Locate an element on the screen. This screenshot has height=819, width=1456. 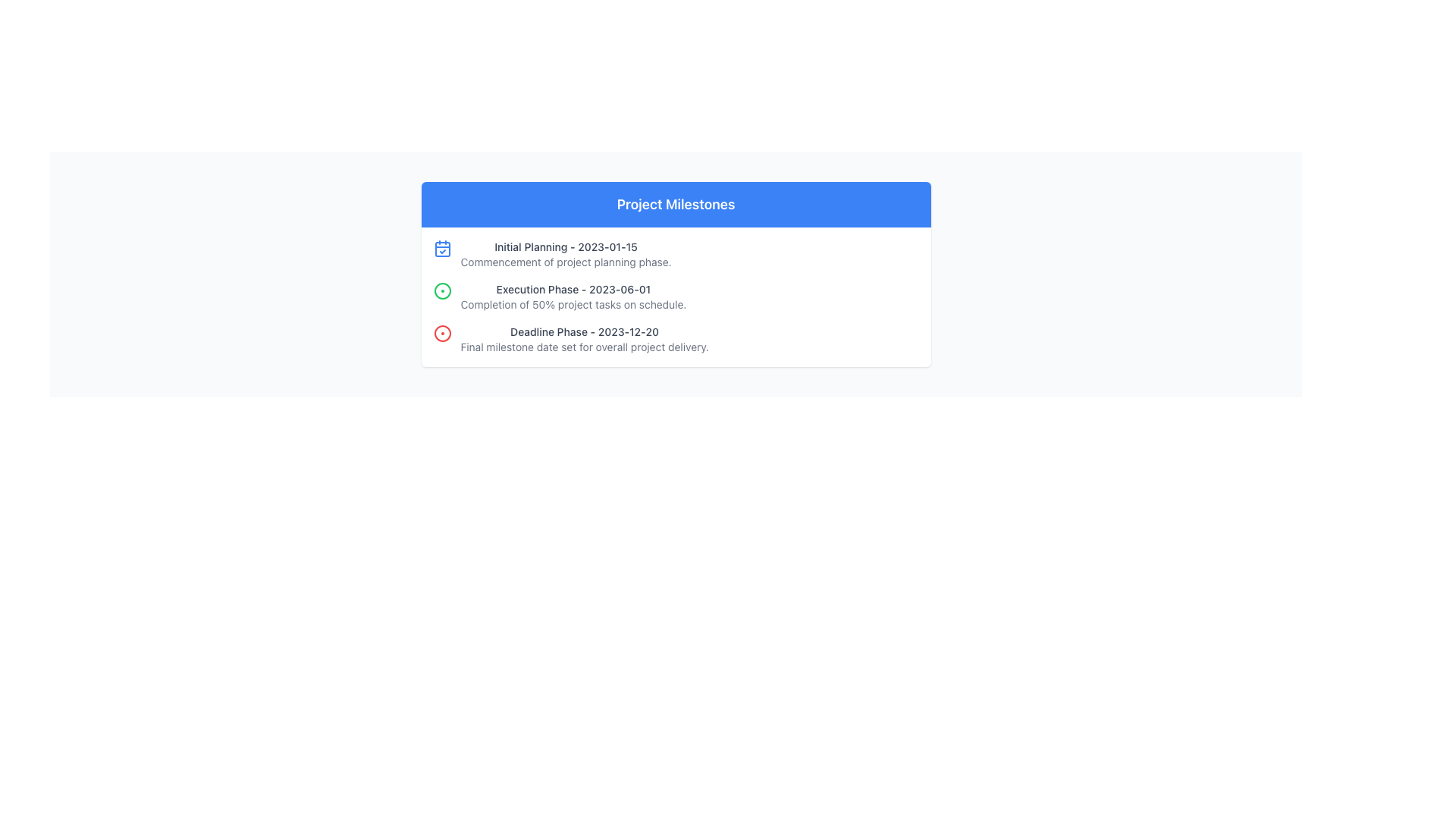
the decorative shape of the calendar icon located at the top-left corner of 'Initial Planning - 2023-01-15' is located at coordinates (441, 248).